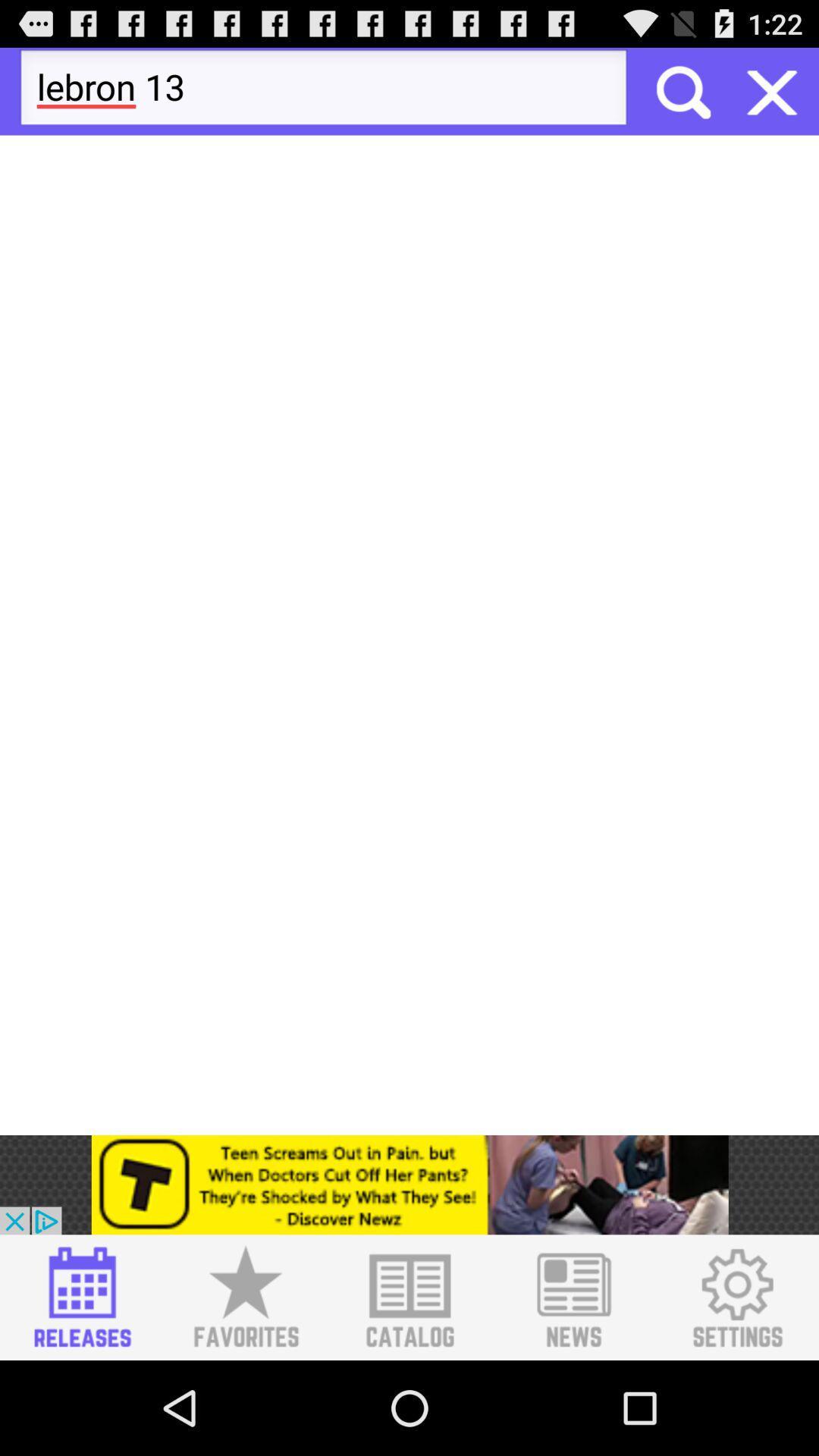 This screenshot has height=1456, width=819. Describe the element at coordinates (772, 90) in the screenshot. I see `button` at that location.